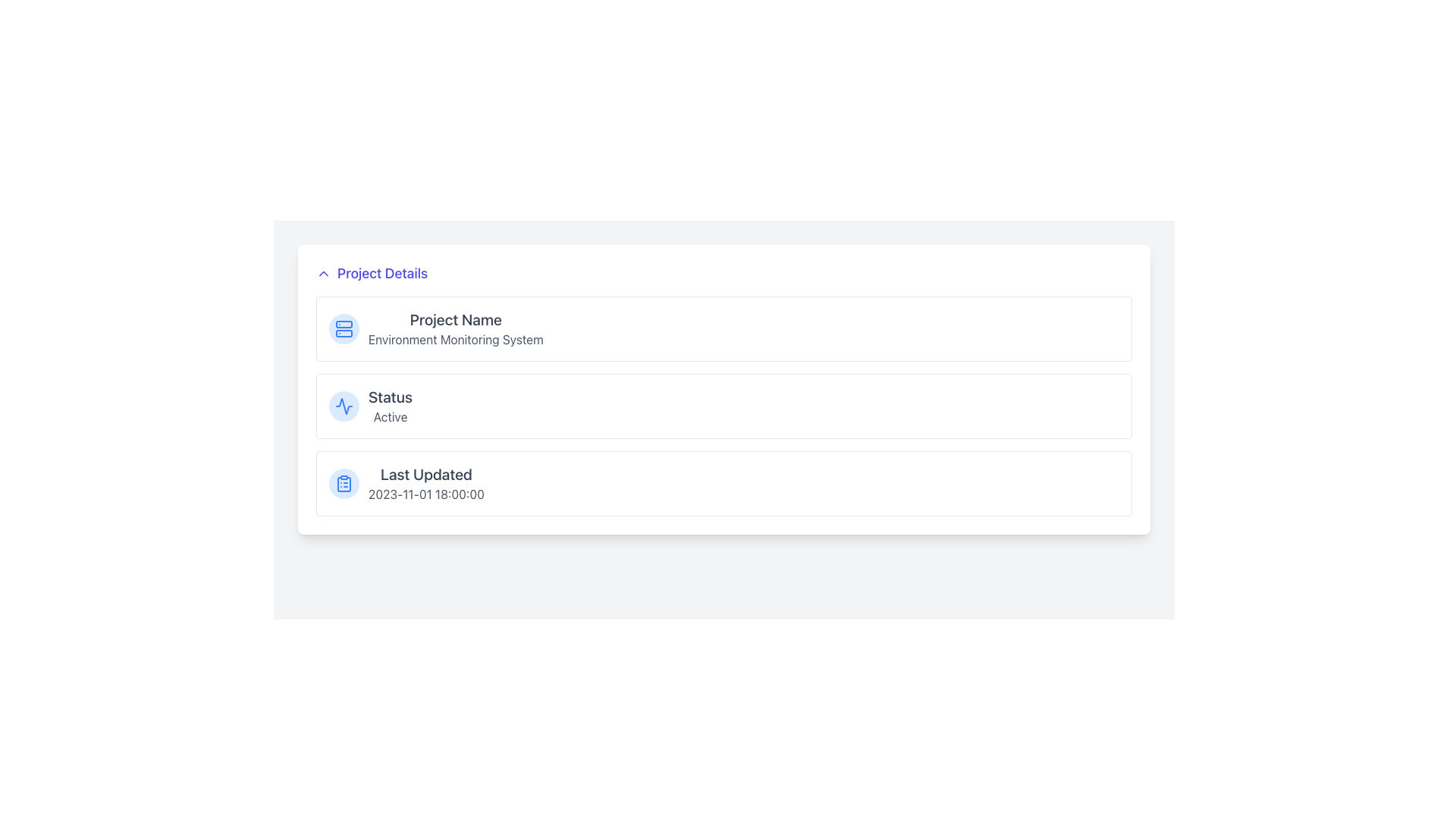 This screenshot has height=819, width=1456. Describe the element at coordinates (455, 318) in the screenshot. I see `static text label that identifies the category of information as 'Project Details' in the upper left section of the interface, specifically the header above 'Environment Monitoring System'` at that location.